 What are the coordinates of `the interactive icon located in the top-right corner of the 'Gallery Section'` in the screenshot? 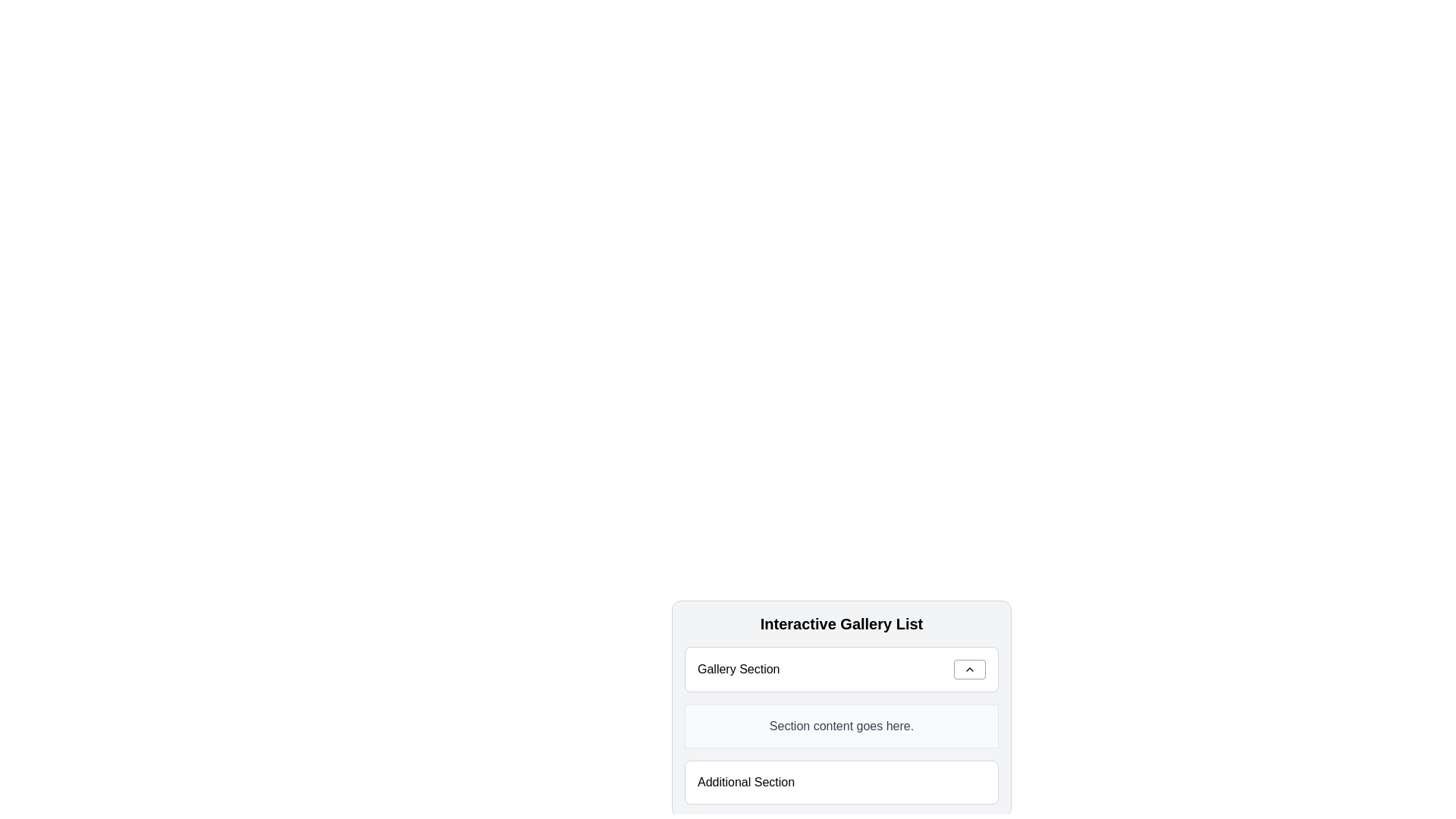 It's located at (968, 669).